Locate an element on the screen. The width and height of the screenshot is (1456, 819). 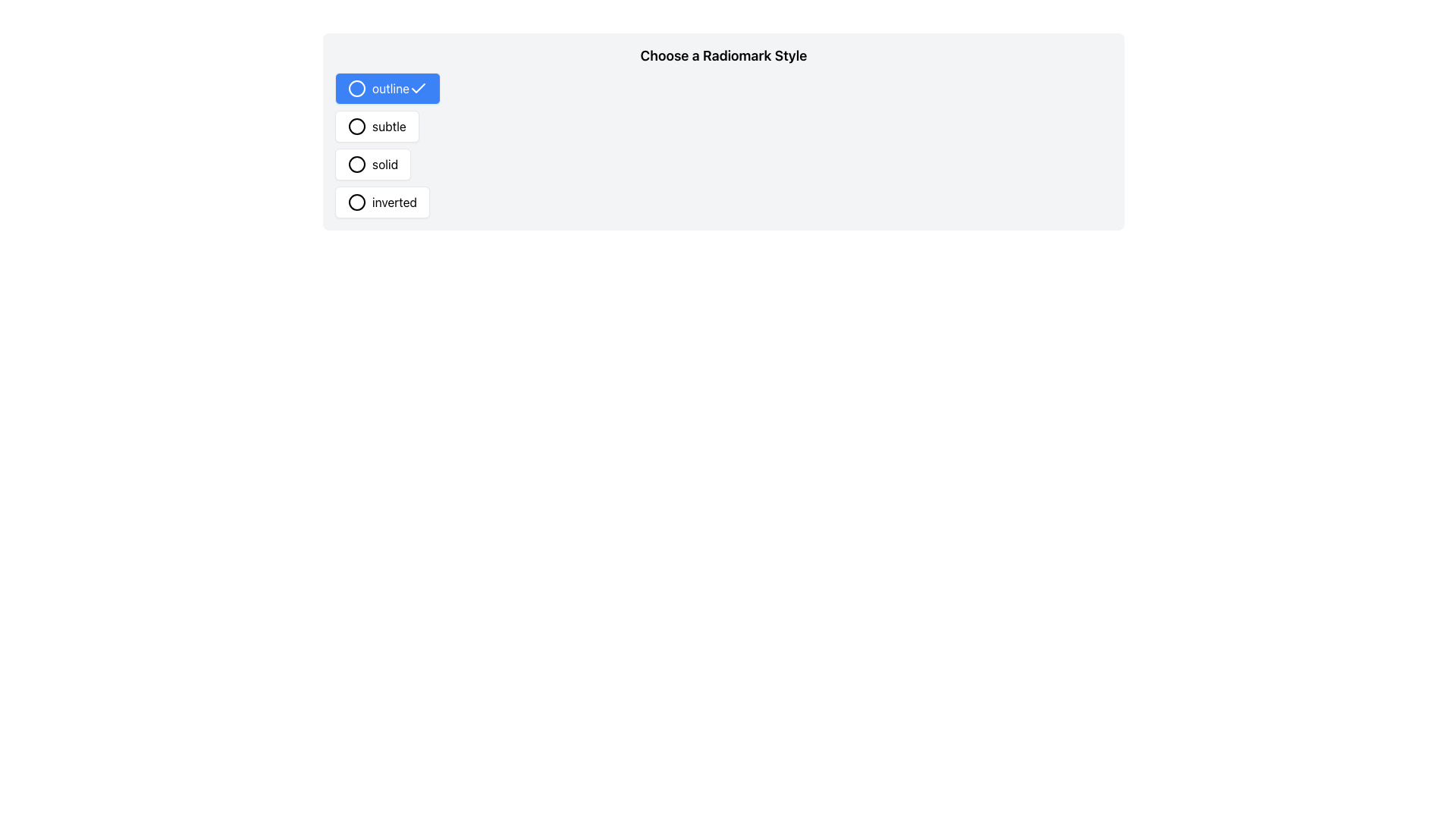
the first radio button option labeled under 'Choose a Radiomark Style' is located at coordinates (388, 88).